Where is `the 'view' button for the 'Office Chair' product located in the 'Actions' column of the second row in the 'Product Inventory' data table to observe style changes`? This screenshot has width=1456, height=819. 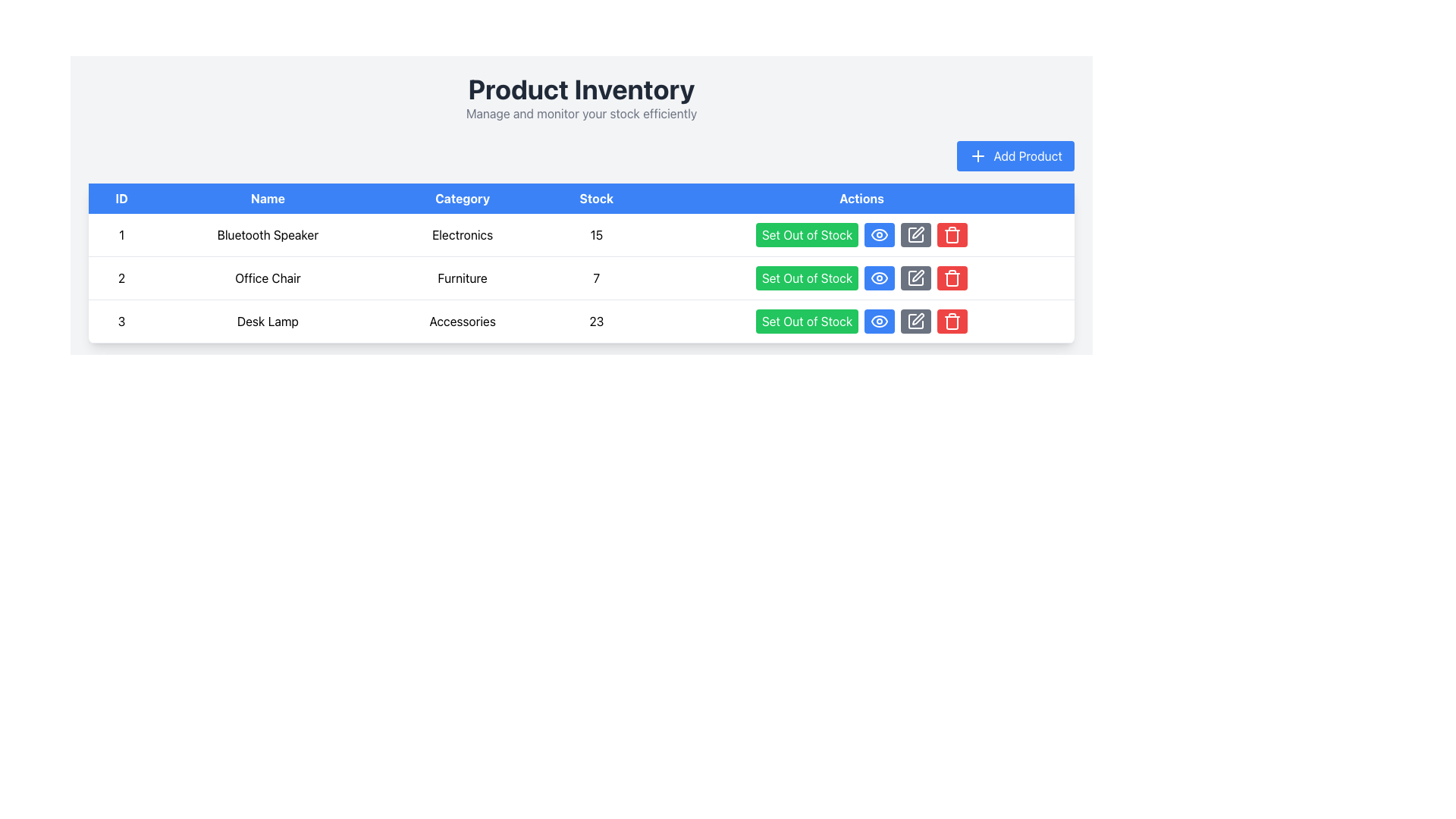 the 'view' button for the 'Office Chair' product located in the 'Actions' column of the second row in the 'Product Inventory' data table to observe style changes is located at coordinates (880, 278).